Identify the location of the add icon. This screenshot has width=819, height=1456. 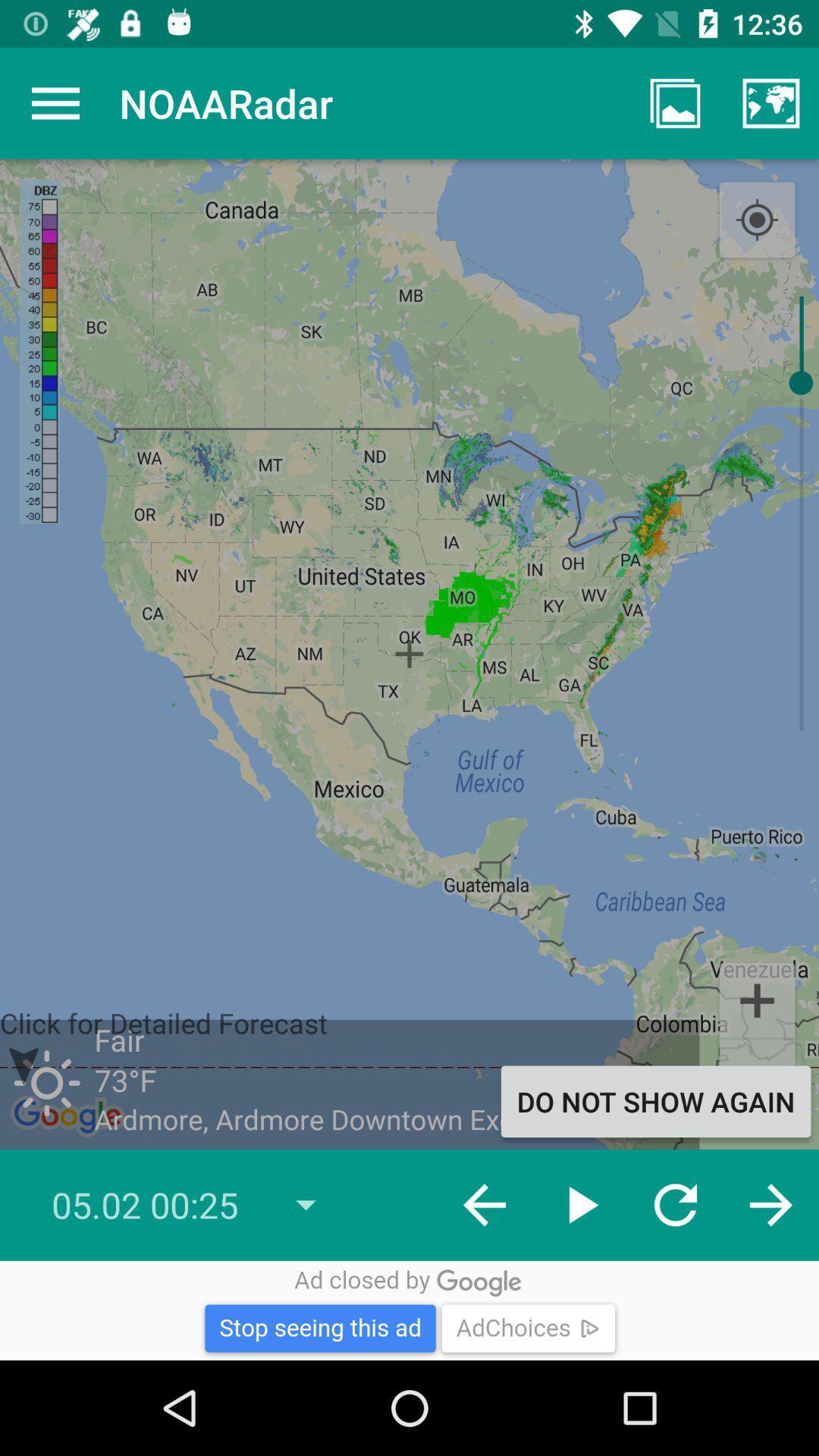
(757, 999).